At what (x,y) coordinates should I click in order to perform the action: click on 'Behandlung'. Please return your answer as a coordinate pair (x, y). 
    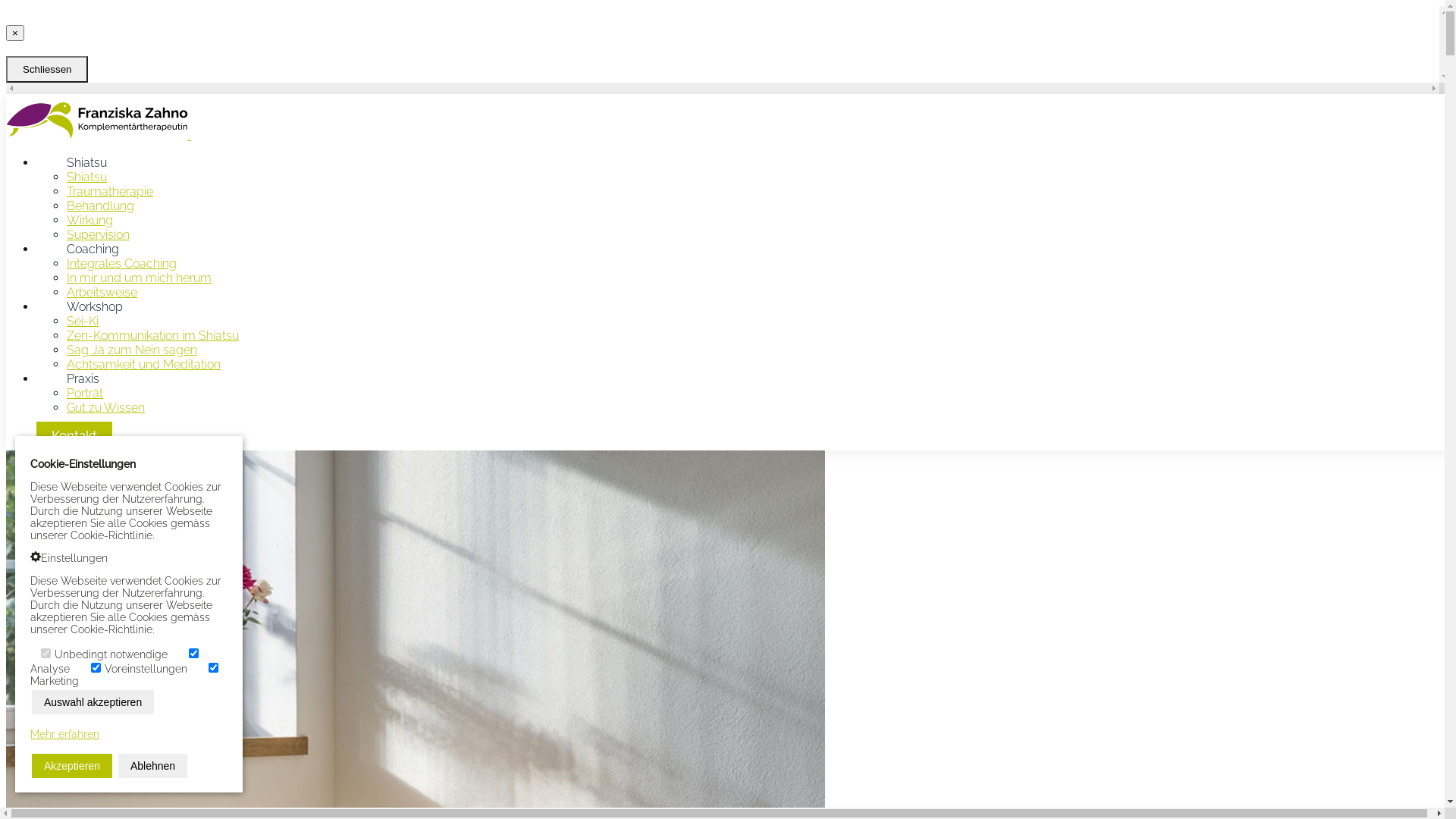
    Looking at the image, I should click on (99, 206).